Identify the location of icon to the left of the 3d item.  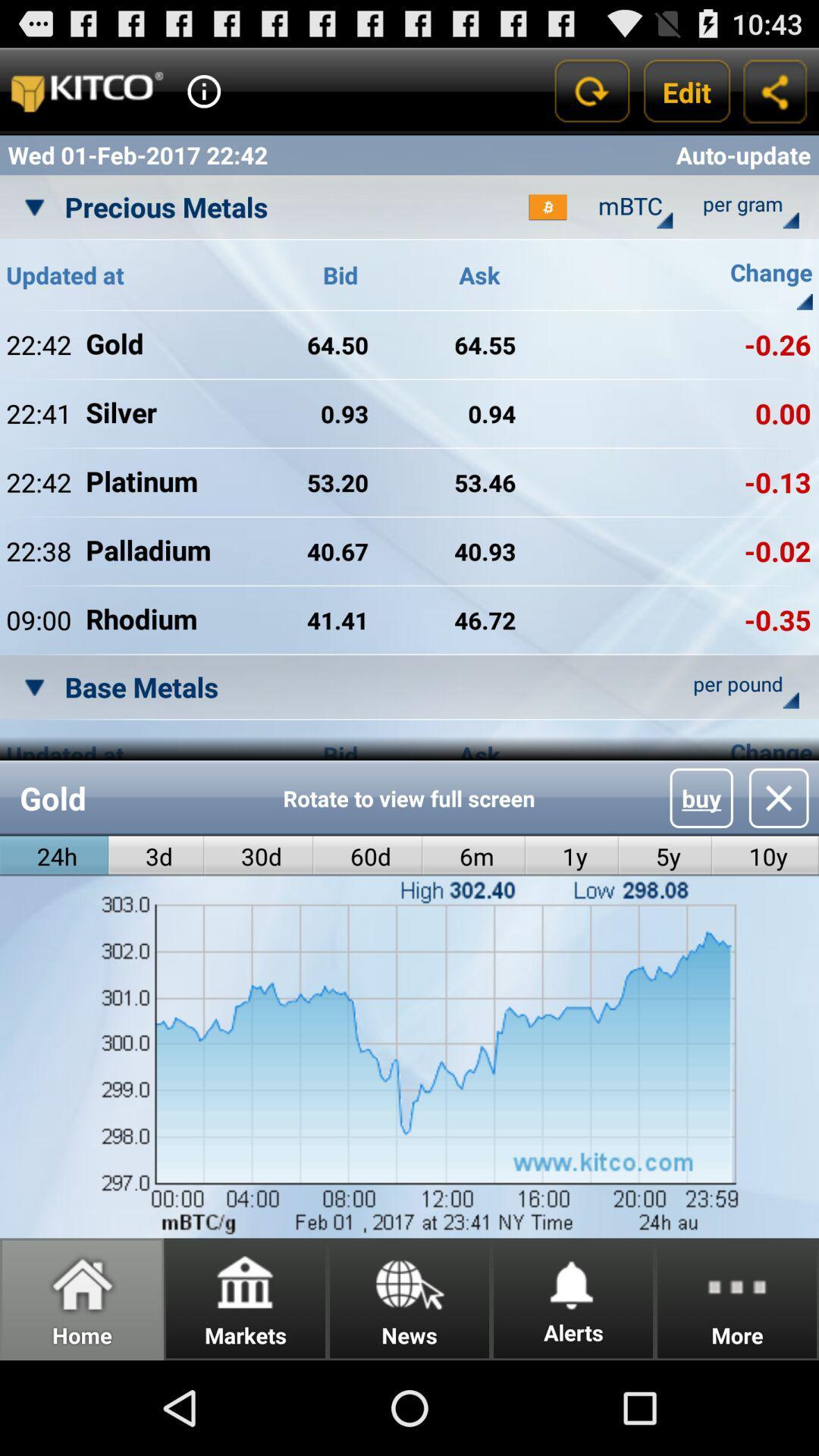
(53, 856).